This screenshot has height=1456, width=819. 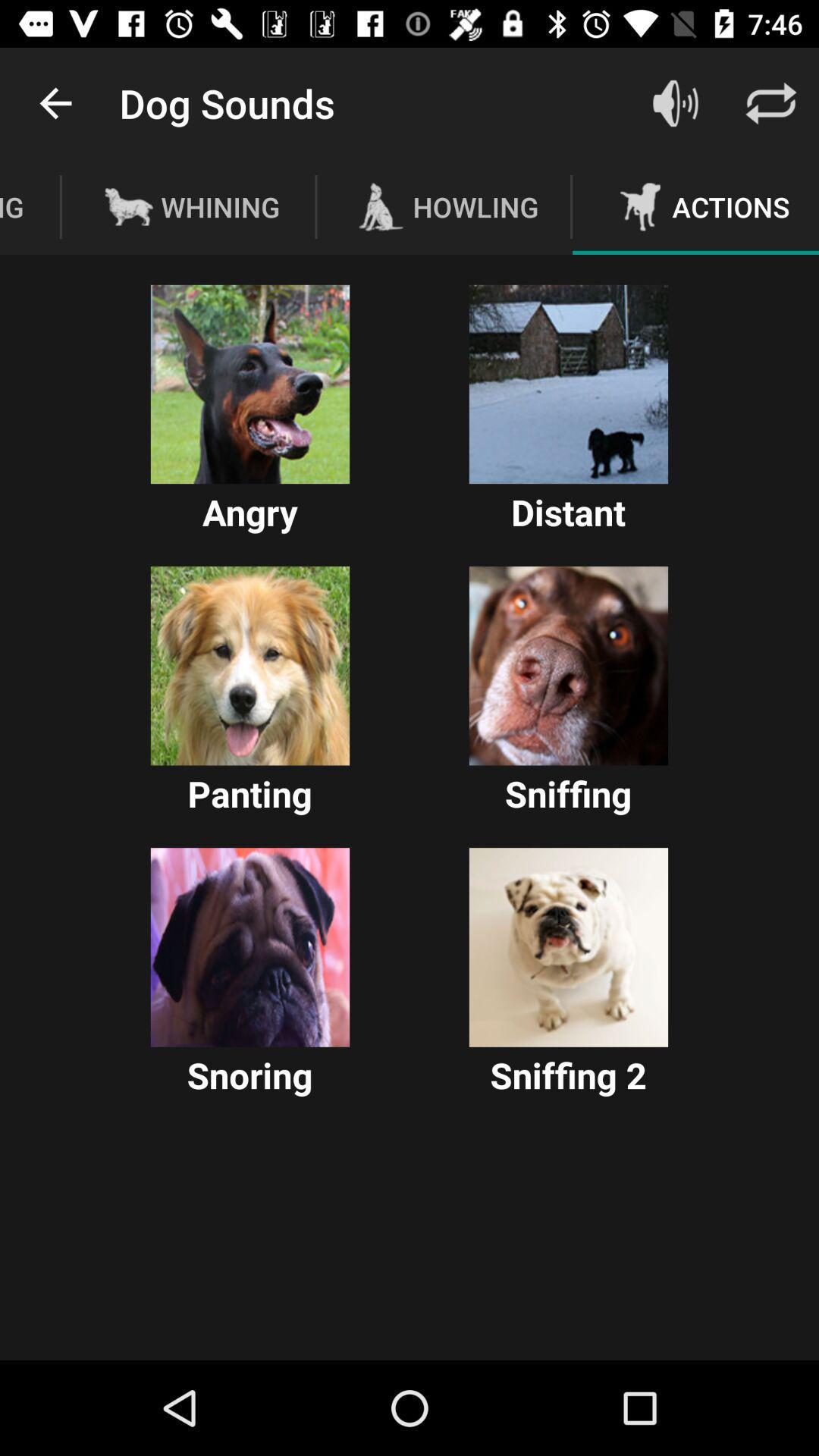 What do you see at coordinates (675, 103) in the screenshot?
I see `the sound icon beside text dog sounds` at bounding box center [675, 103].